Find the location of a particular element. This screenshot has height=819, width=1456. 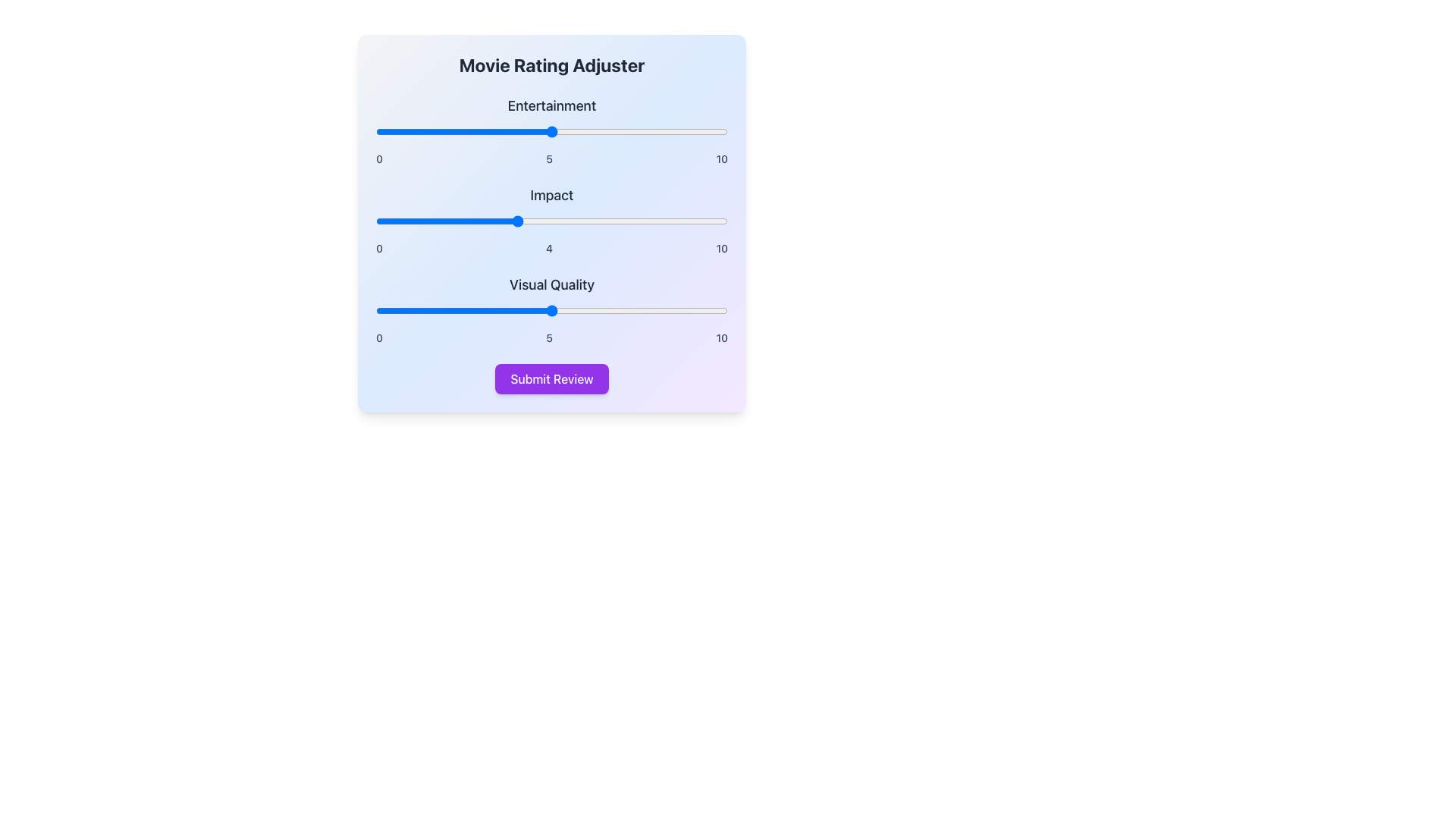

the submit button located at the bottom of the card to observe its interactivity before submitting the review or ratings is located at coordinates (551, 378).